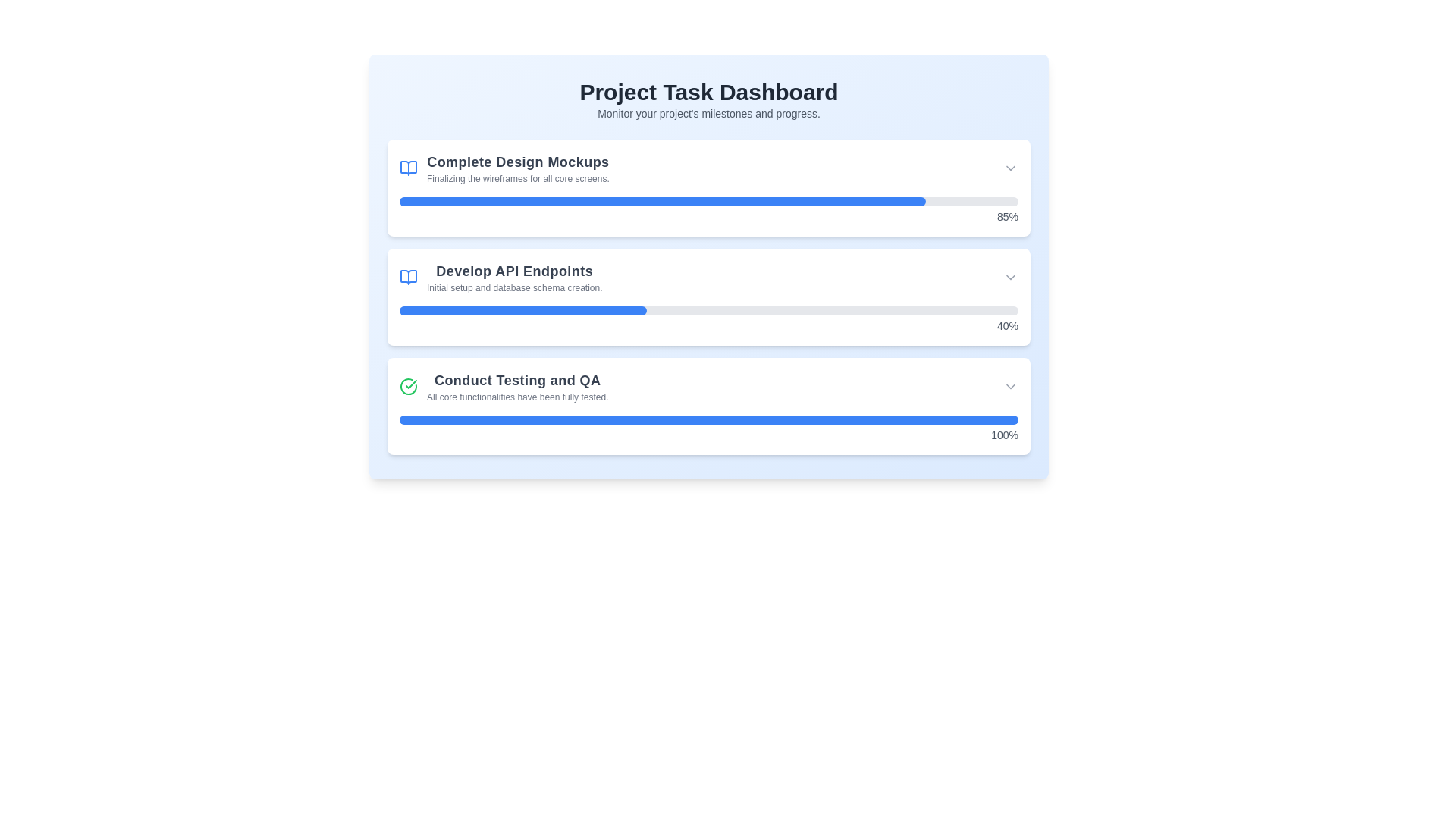 Image resolution: width=1456 pixels, height=819 pixels. Describe the element at coordinates (517, 397) in the screenshot. I see `the non-interactive text label providing status messages located below the heading 'Conduct Testing and QA' in the bottom-right section of the card layout` at that location.